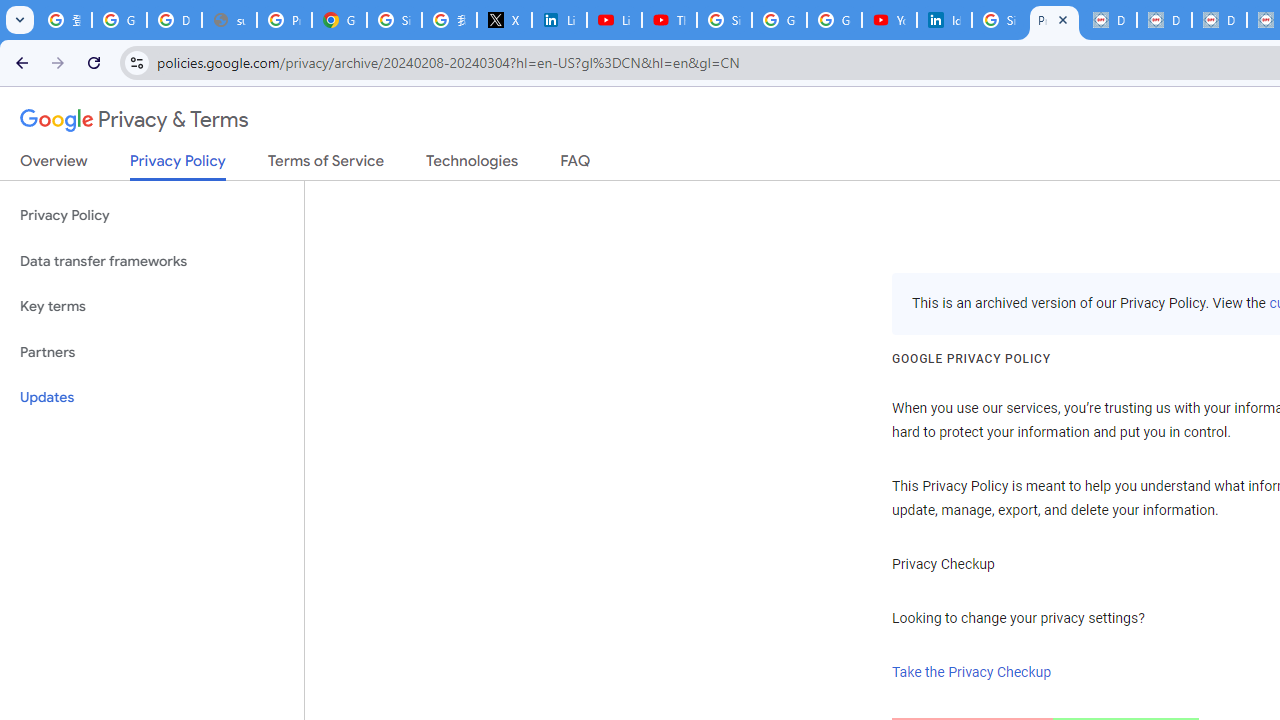 The height and width of the screenshot is (720, 1280). Describe the element at coordinates (614, 20) in the screenshot. I see `'LinkedIn - YouTube'` at that location.